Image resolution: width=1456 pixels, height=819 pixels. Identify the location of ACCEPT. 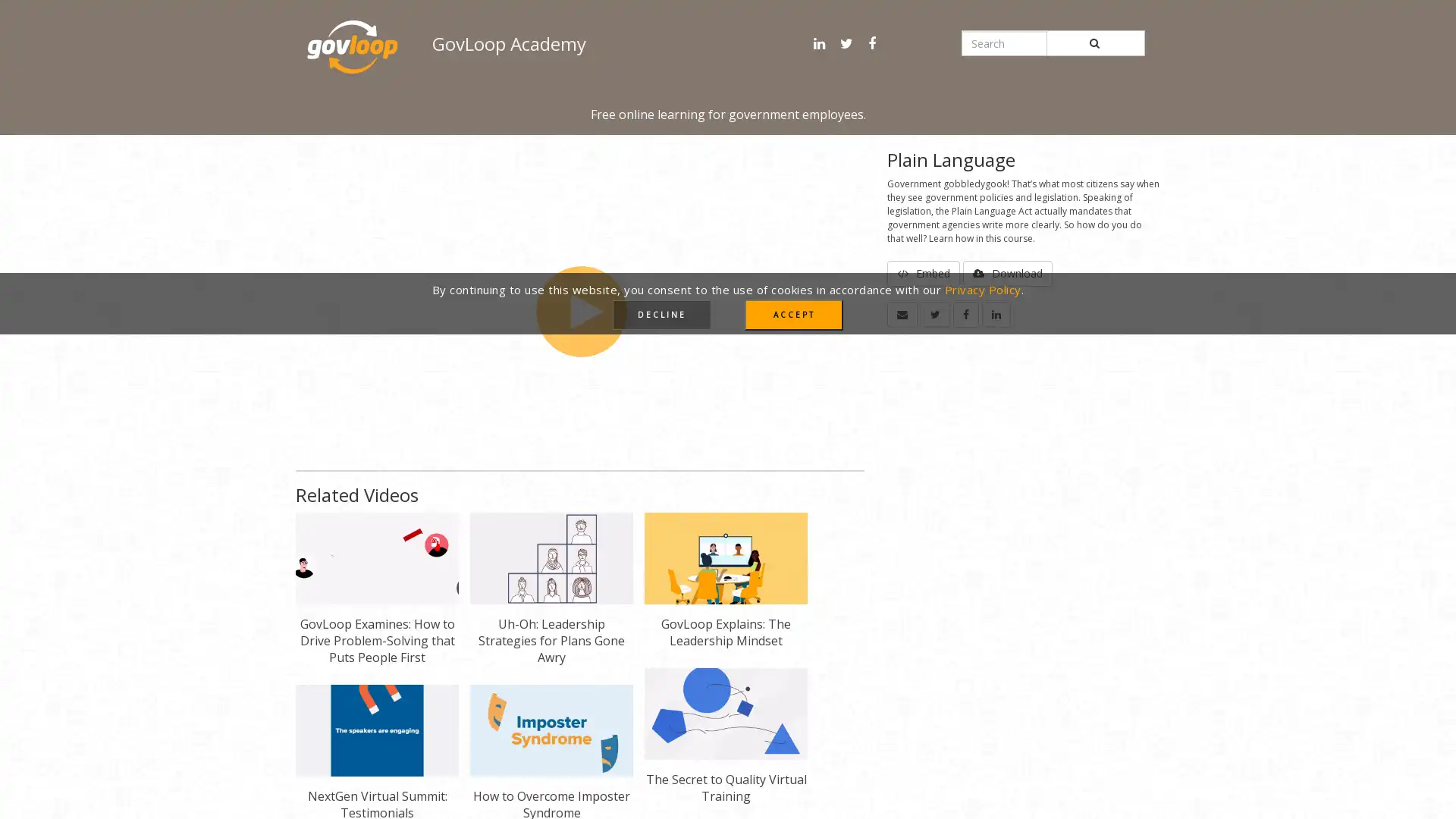
(792, 314).